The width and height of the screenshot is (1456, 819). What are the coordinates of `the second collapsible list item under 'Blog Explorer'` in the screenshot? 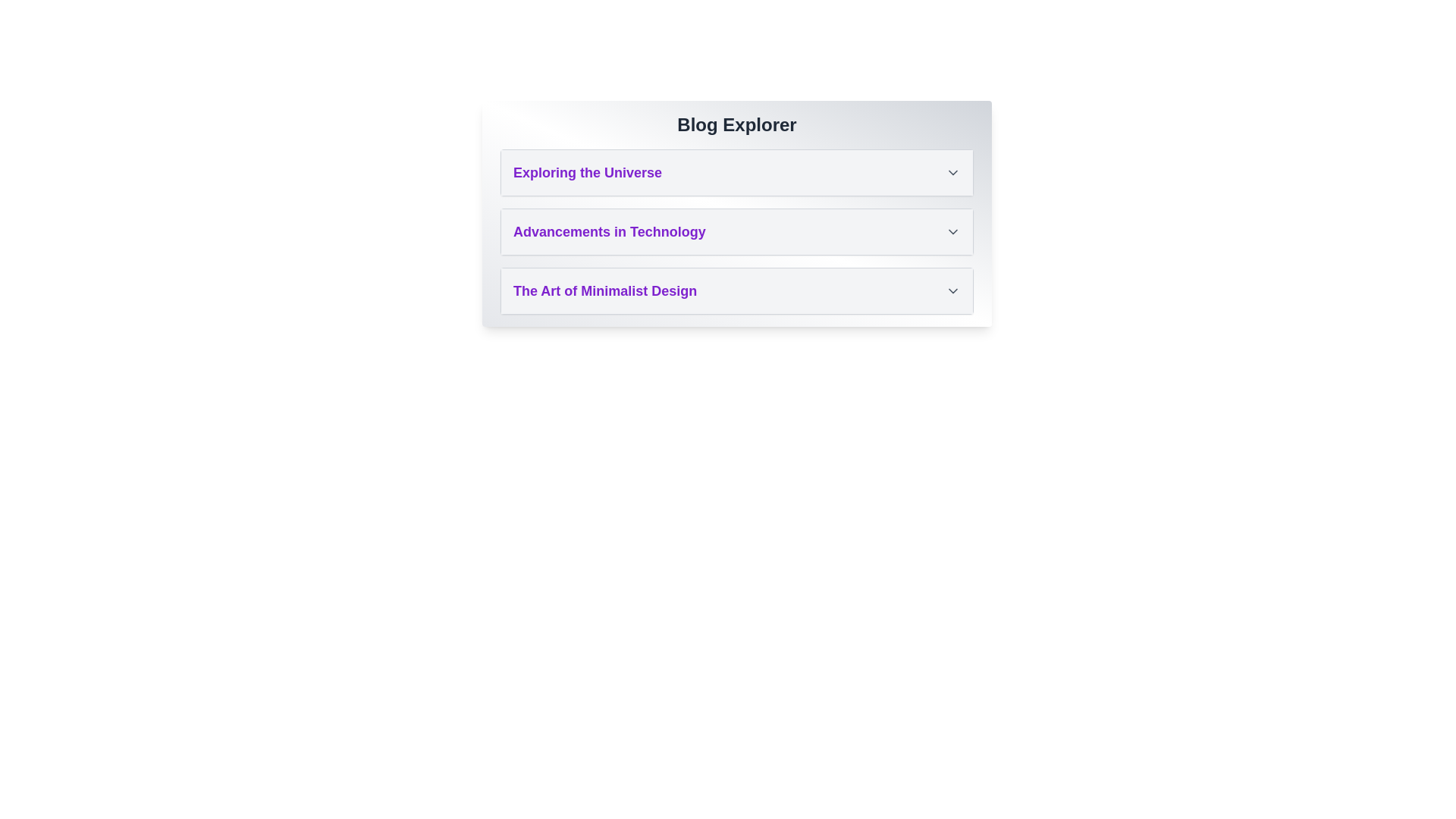 It's located at (736, 231).